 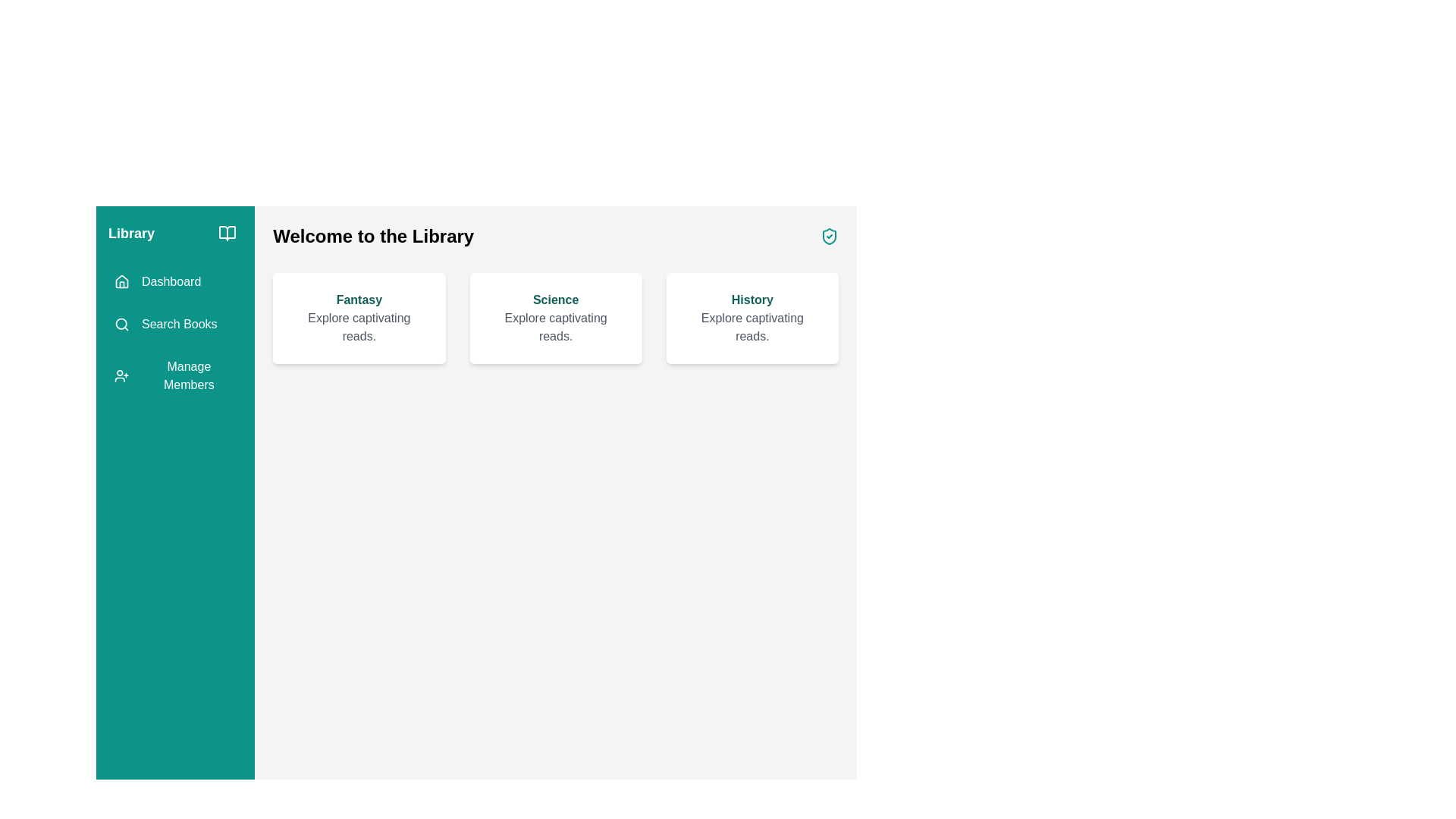 I want to click on the member management navigation label located in the vertical navigation bar below the 'Search Books' menu item, which is the third item in the menu sequence, so click(x=188, y=375).